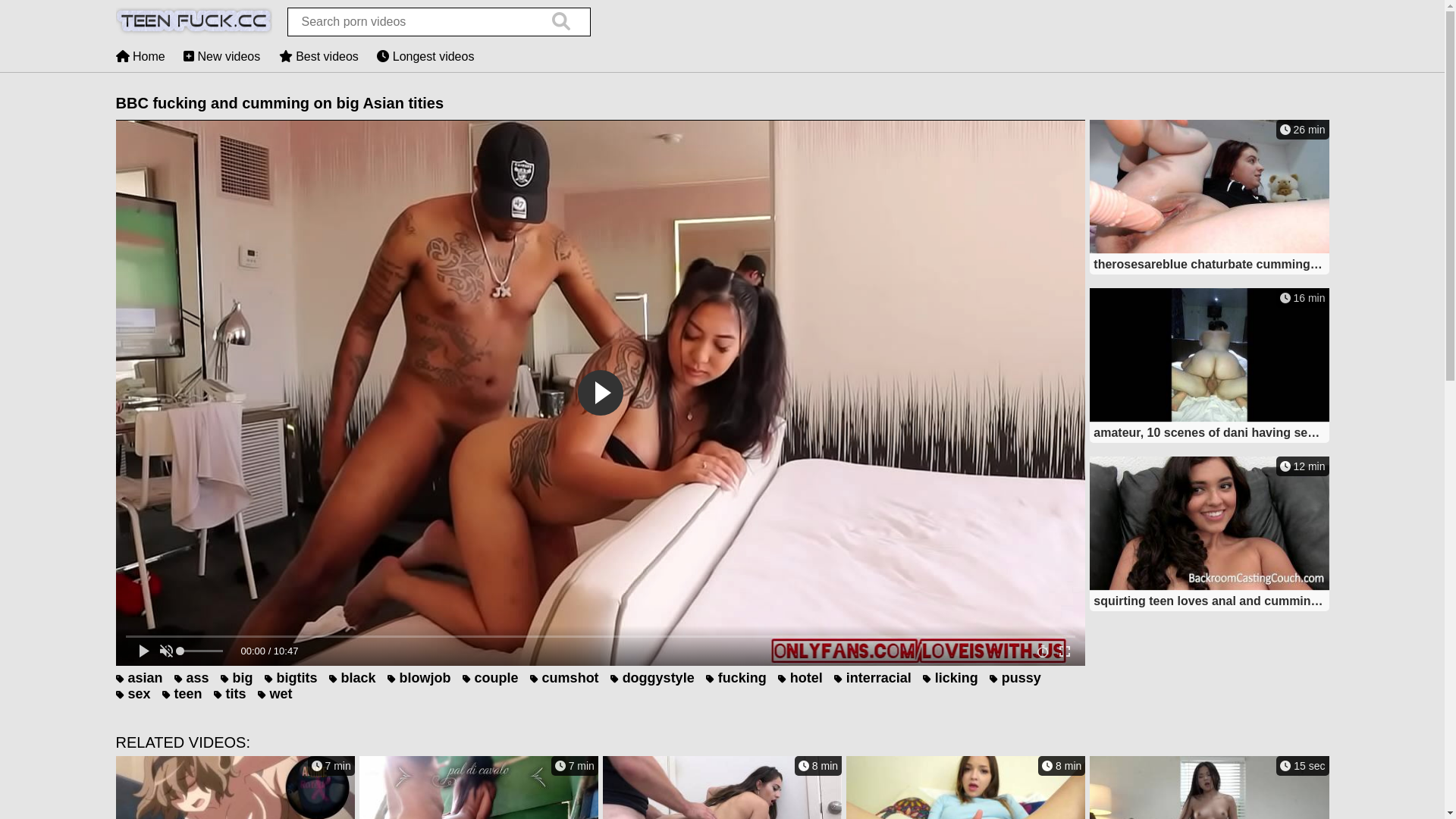  What do you see at coordinates (138, 677) in the screenshot?
I see `'asian'` at bounding box center [138, 677].